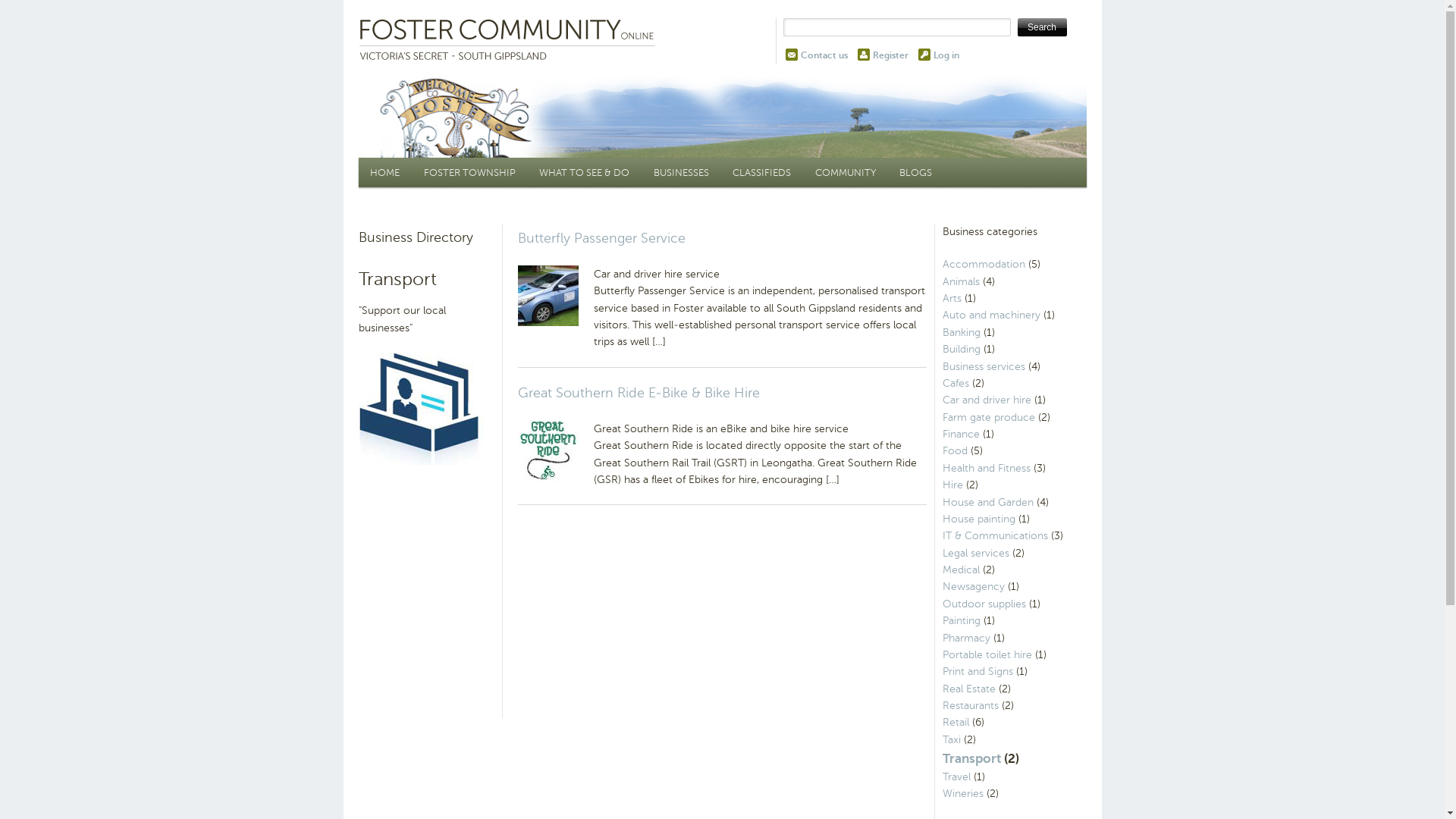 The image size is (1456, 819). I want to click on 'Real Estate', so click(941, 689).